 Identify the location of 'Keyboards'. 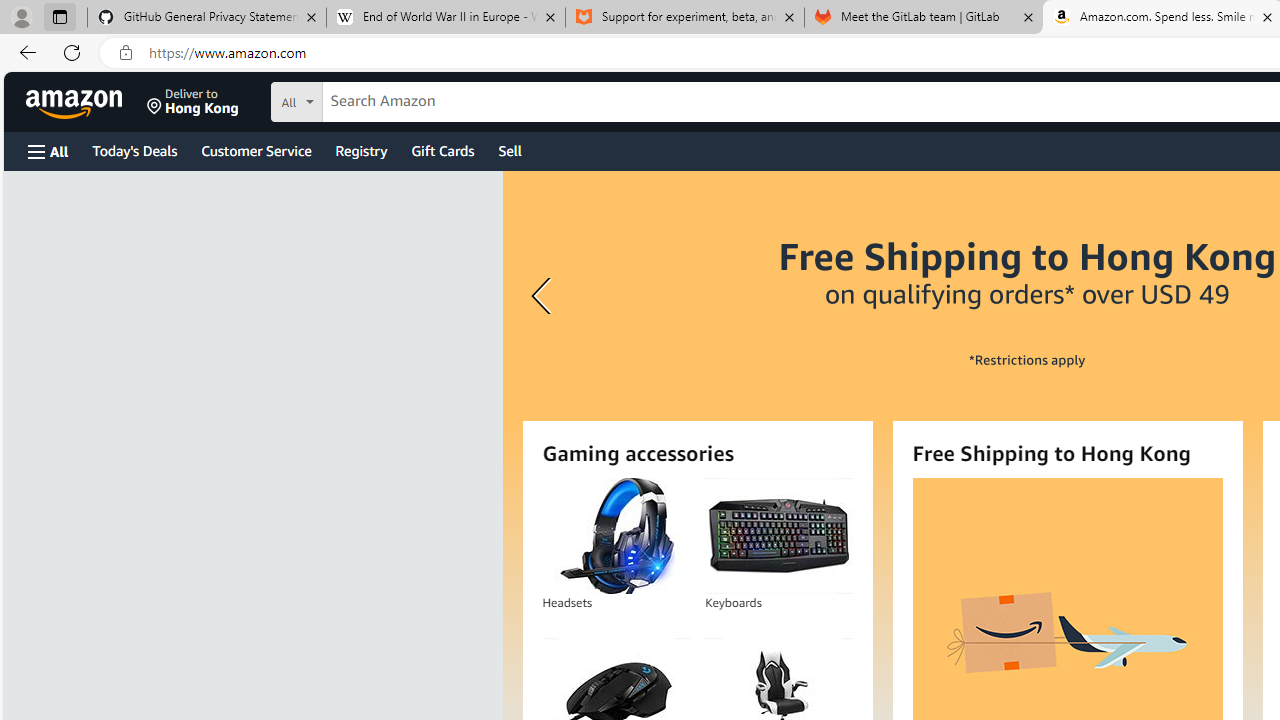
(777, 535).